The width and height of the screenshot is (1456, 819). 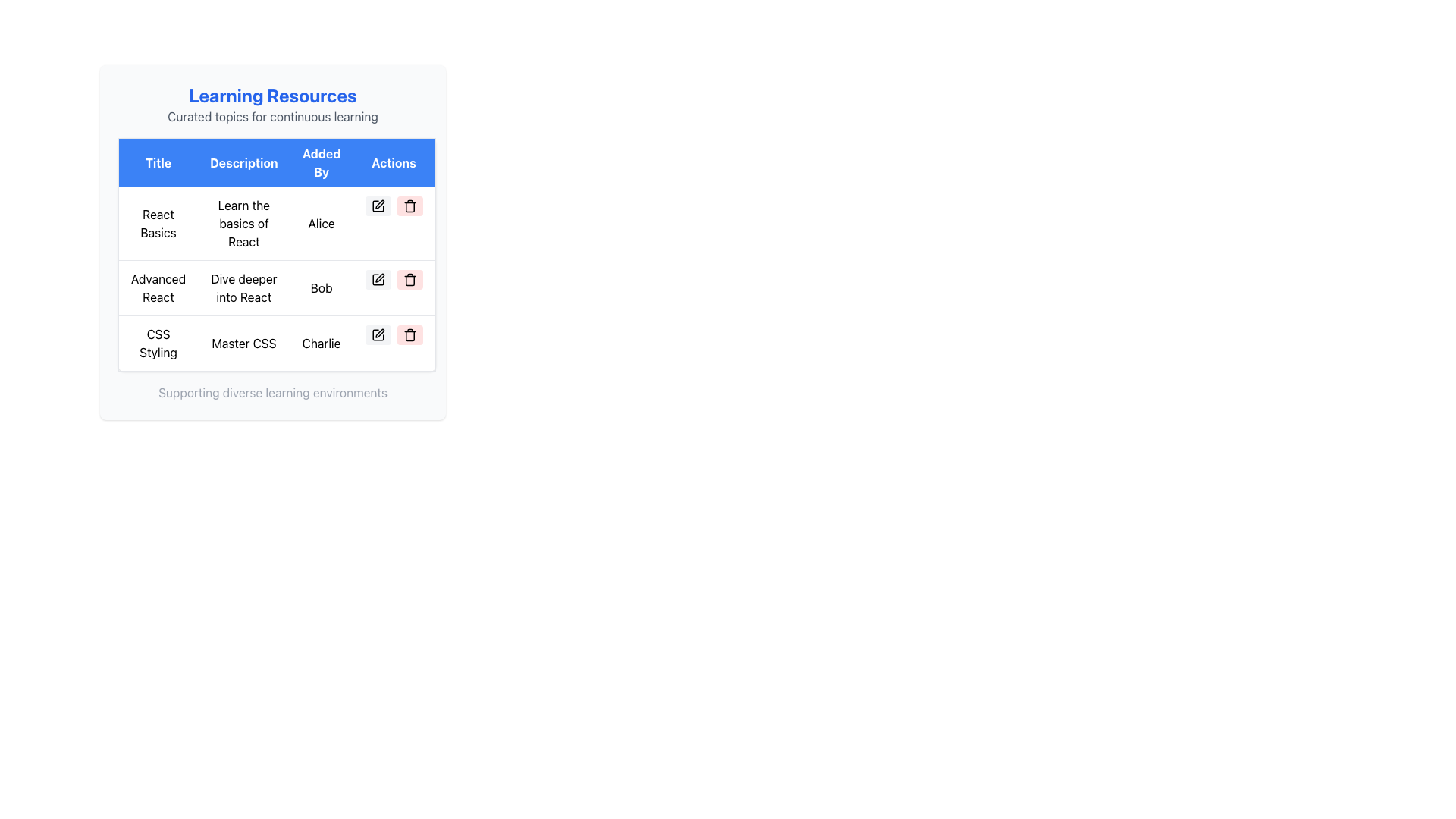 I want to click on the Text Label displaying 'Learn the basics of React' within the learning resources section, so click(x=243, y=224).